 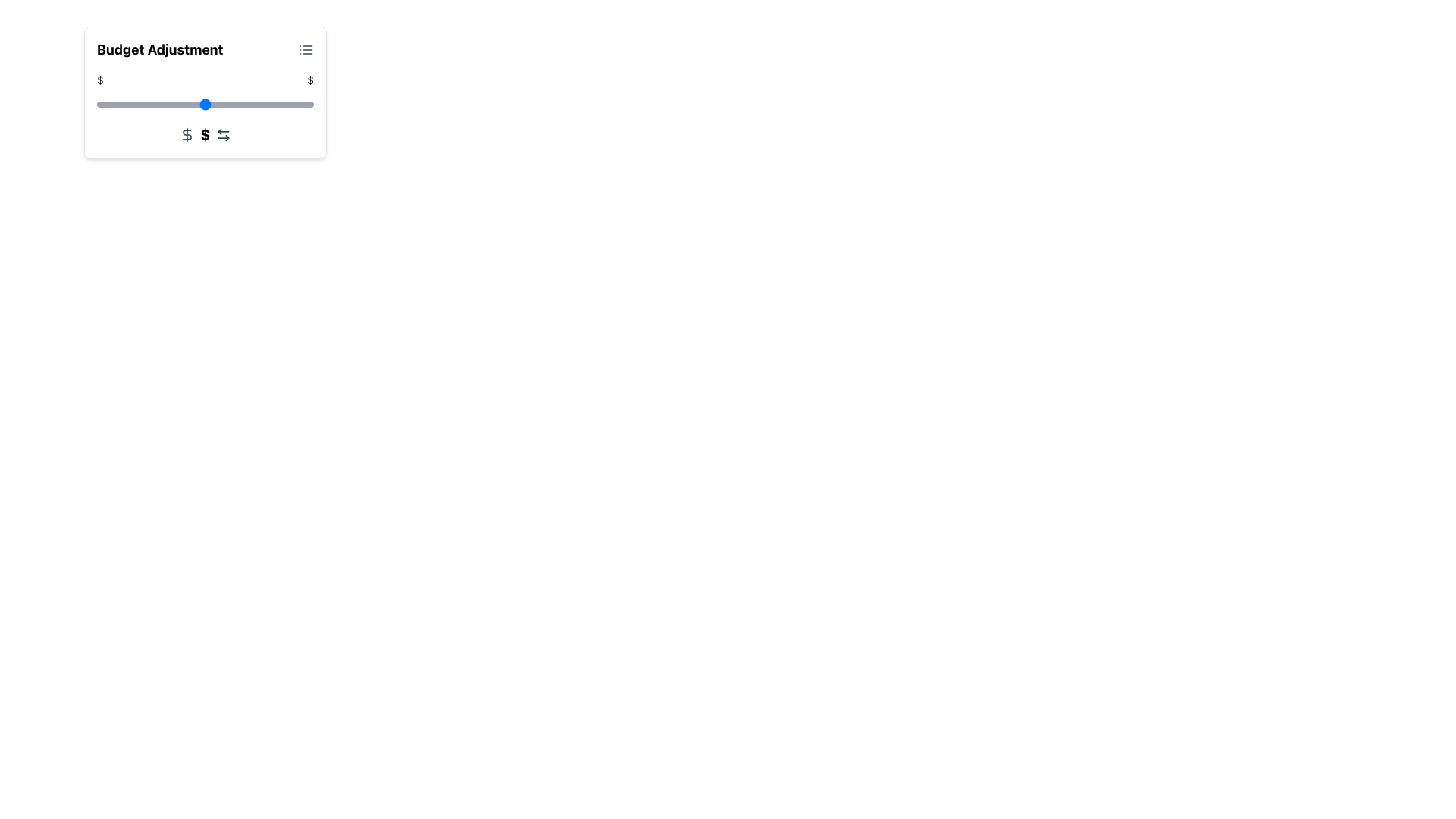 I want to click on the 'Budget Adjustment' header section, so click(x=204, y=49).